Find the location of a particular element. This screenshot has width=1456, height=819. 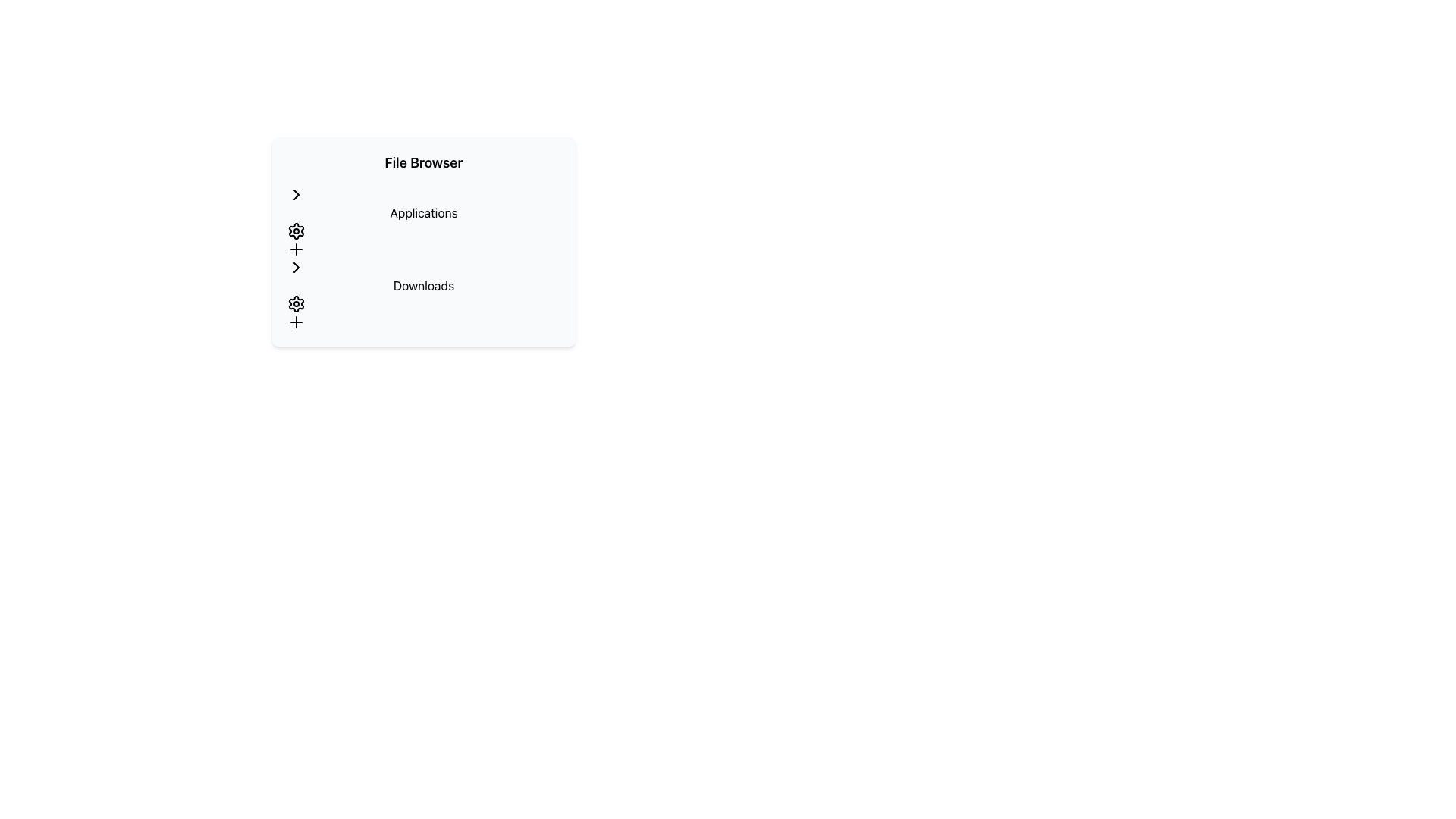

the rightward-pointing chevron icon located at the top of the sidebar, next to the 'Applications' text is located at coordinates (296, 194).